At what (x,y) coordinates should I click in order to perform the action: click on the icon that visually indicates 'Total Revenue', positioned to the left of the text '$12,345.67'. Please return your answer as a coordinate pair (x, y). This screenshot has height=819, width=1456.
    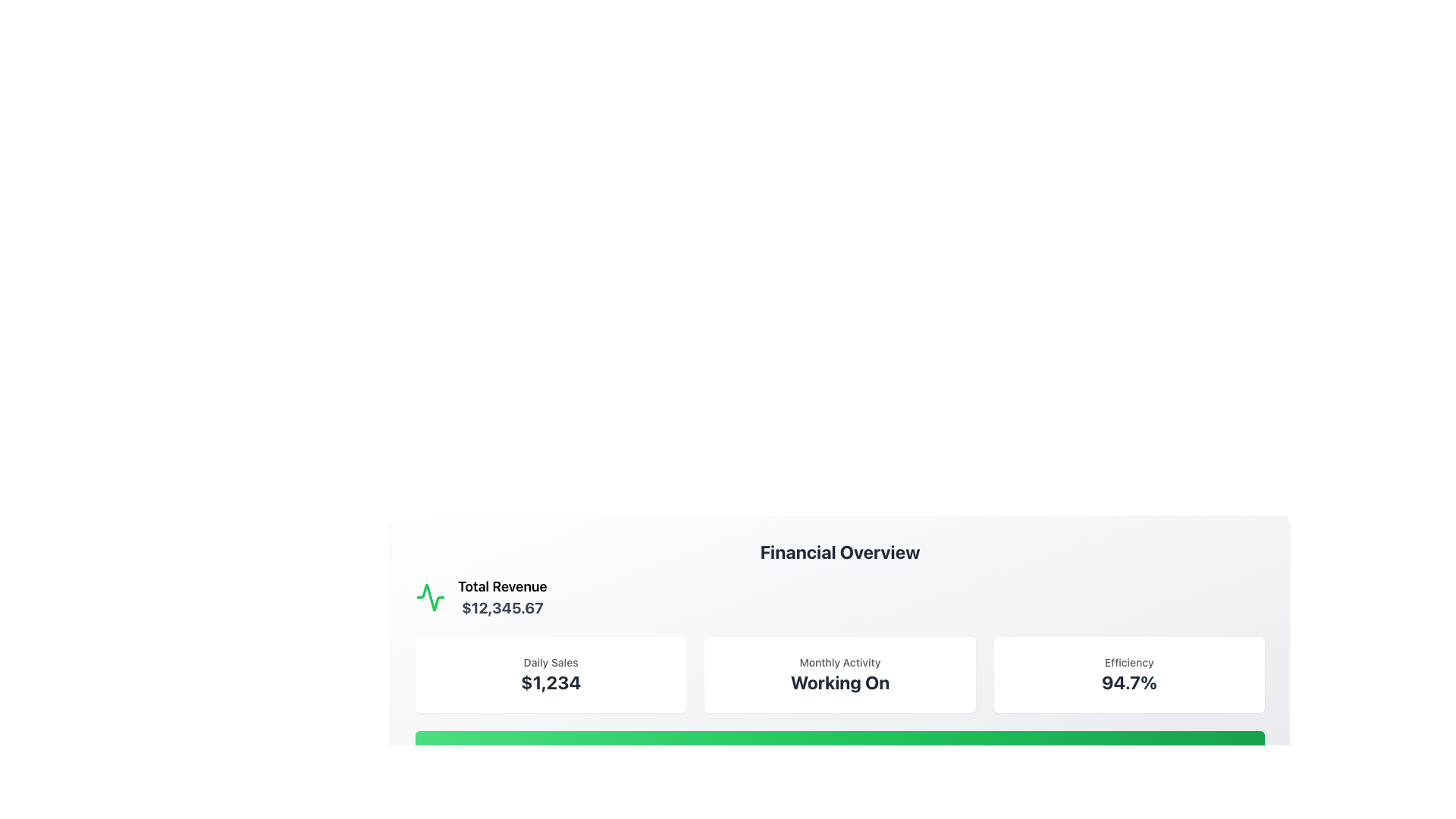
    Looking at the image, I should click on (429, 596).